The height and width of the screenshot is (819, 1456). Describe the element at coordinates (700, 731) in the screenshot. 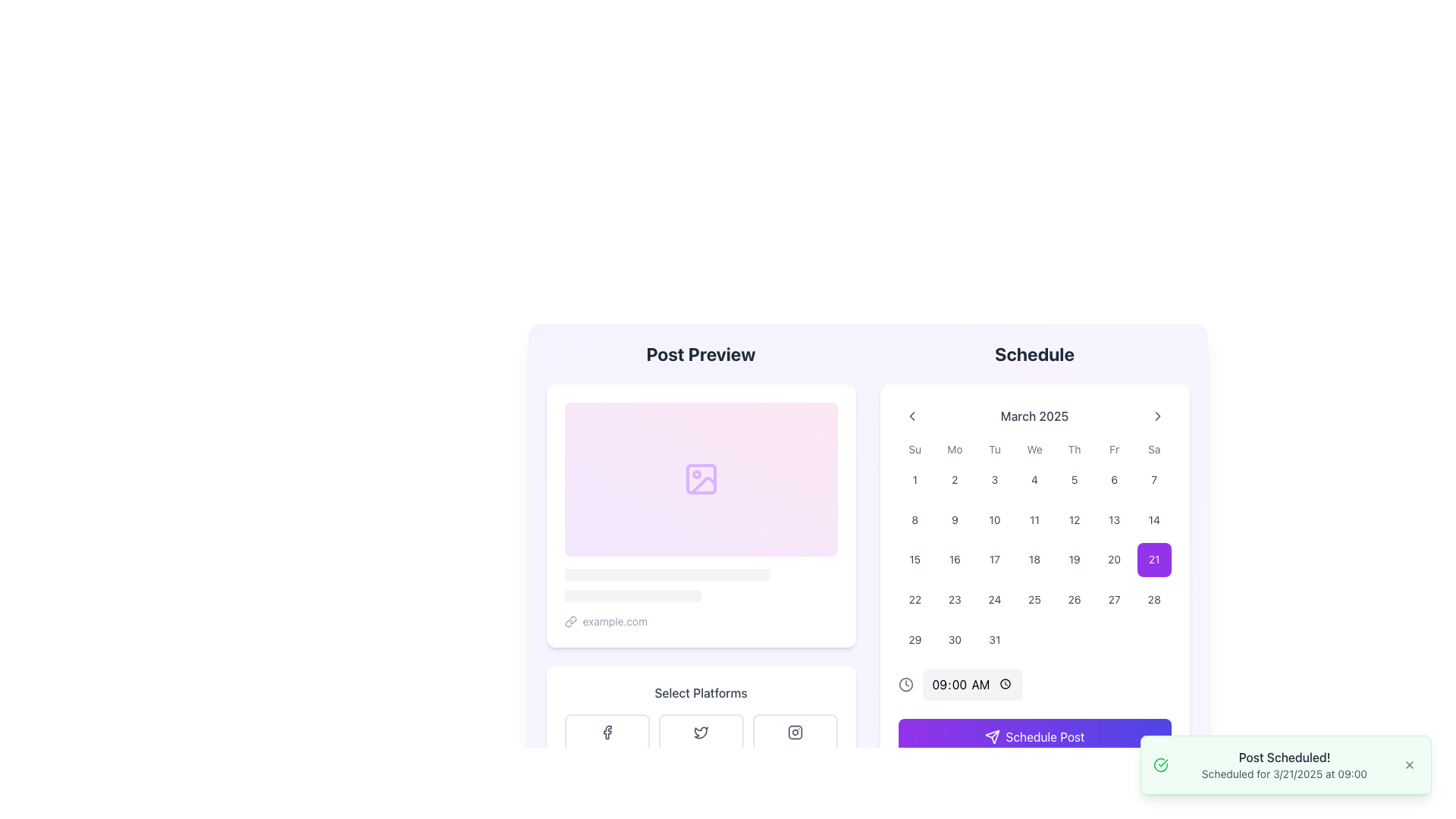

I see `the Twitter icon, represented by a blue outlined bird-shaped SVG graphic` at that location.